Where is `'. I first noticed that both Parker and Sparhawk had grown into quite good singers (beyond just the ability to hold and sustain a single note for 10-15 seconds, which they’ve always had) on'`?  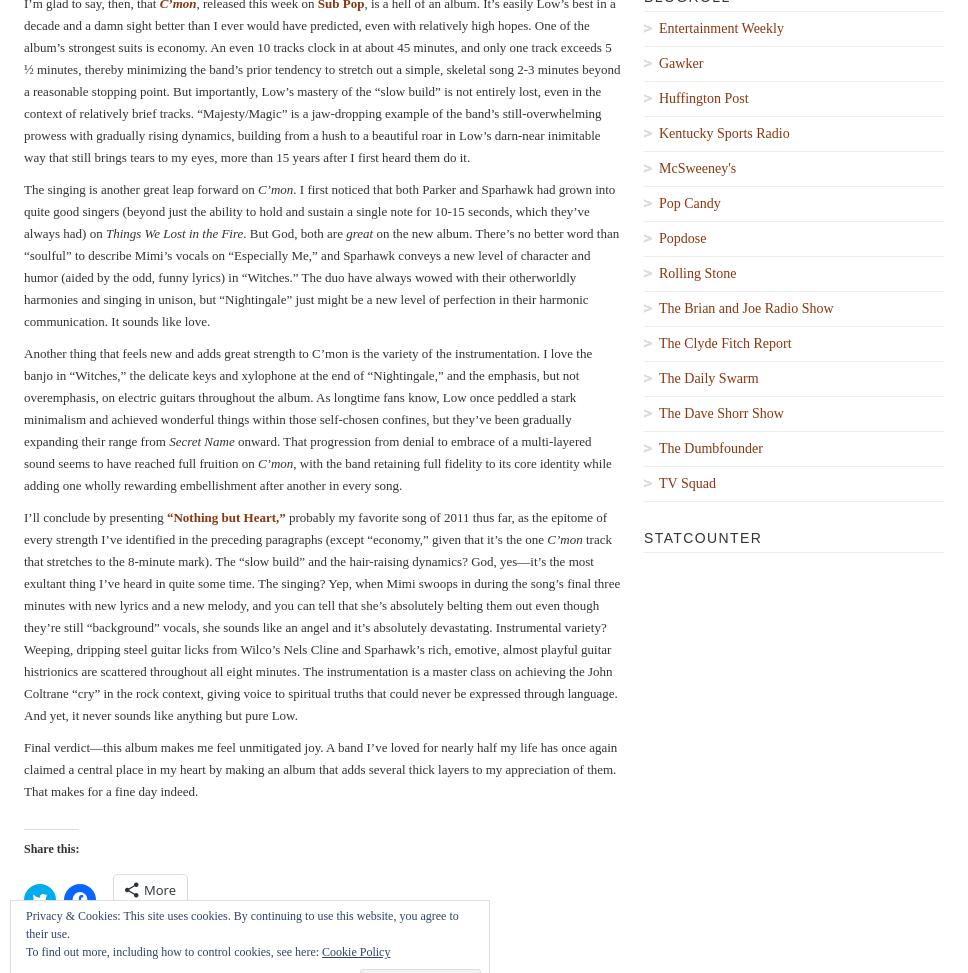
'. I first noticed that both Parker and Sparhawk had grown into quite good singers (beyond just the ability to hold and sustain a single note for 10-15 seconds, which they’ve always had) on' is located at coordinates (318, 209).